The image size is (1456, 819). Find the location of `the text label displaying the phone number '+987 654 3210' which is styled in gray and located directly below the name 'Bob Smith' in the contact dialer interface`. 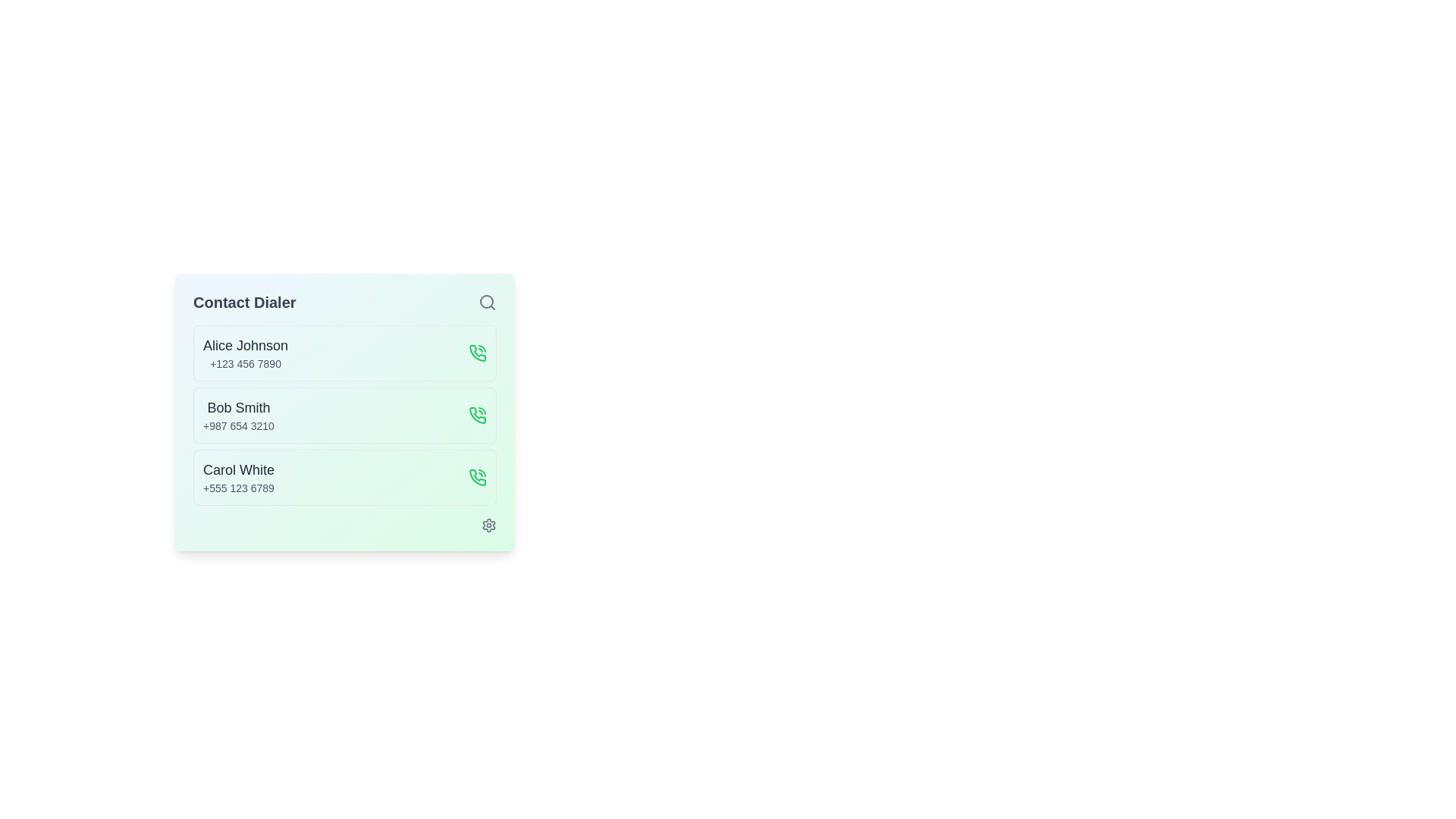

the text label displaying the phone number '+987 654 3210' which is styled in gray and located directly below the name 'Bob Smith' in the contact dialer interface is located at coordinates (237, 426).